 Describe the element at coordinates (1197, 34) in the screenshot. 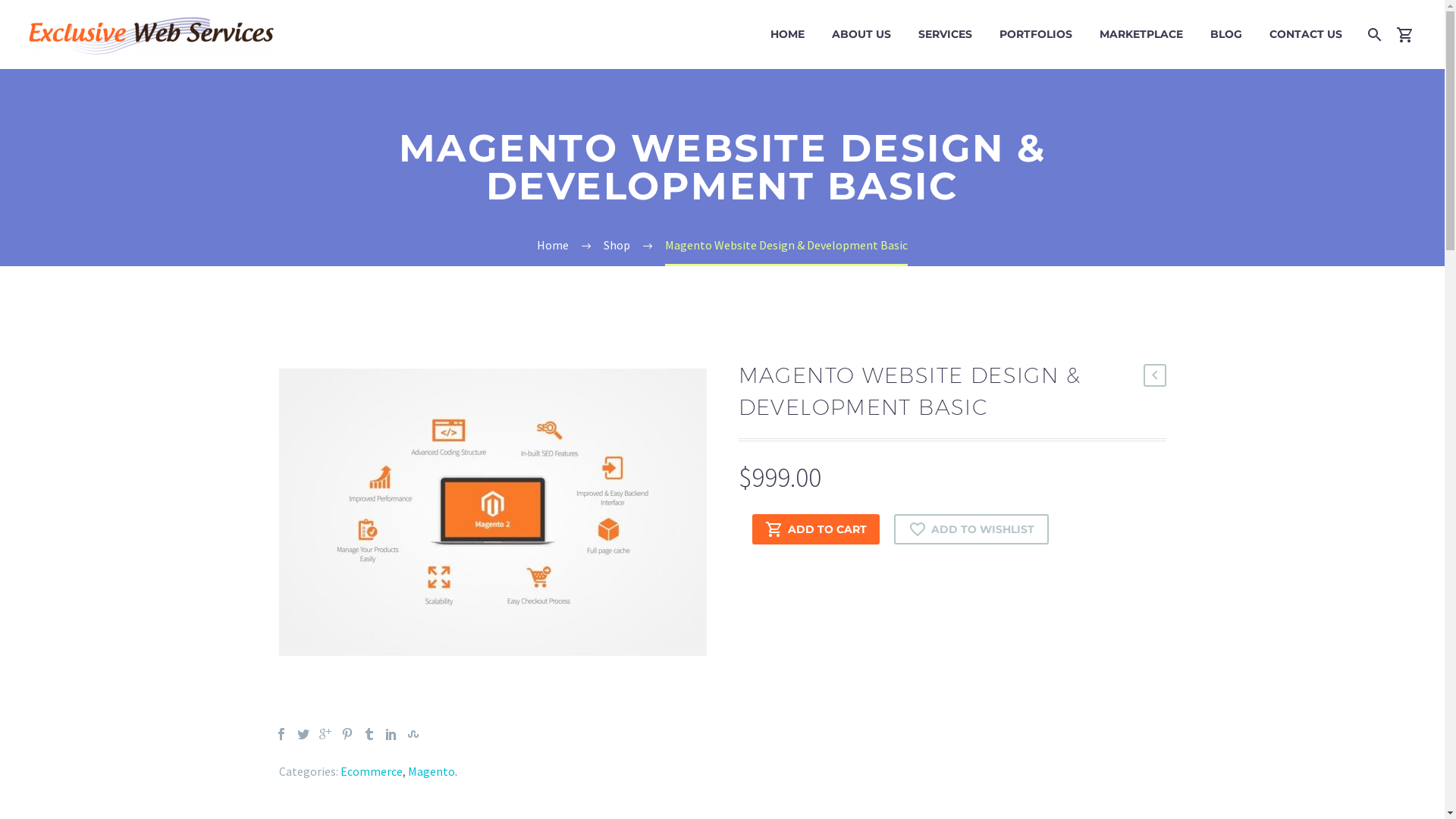

I see `'BLOG'` at that location.